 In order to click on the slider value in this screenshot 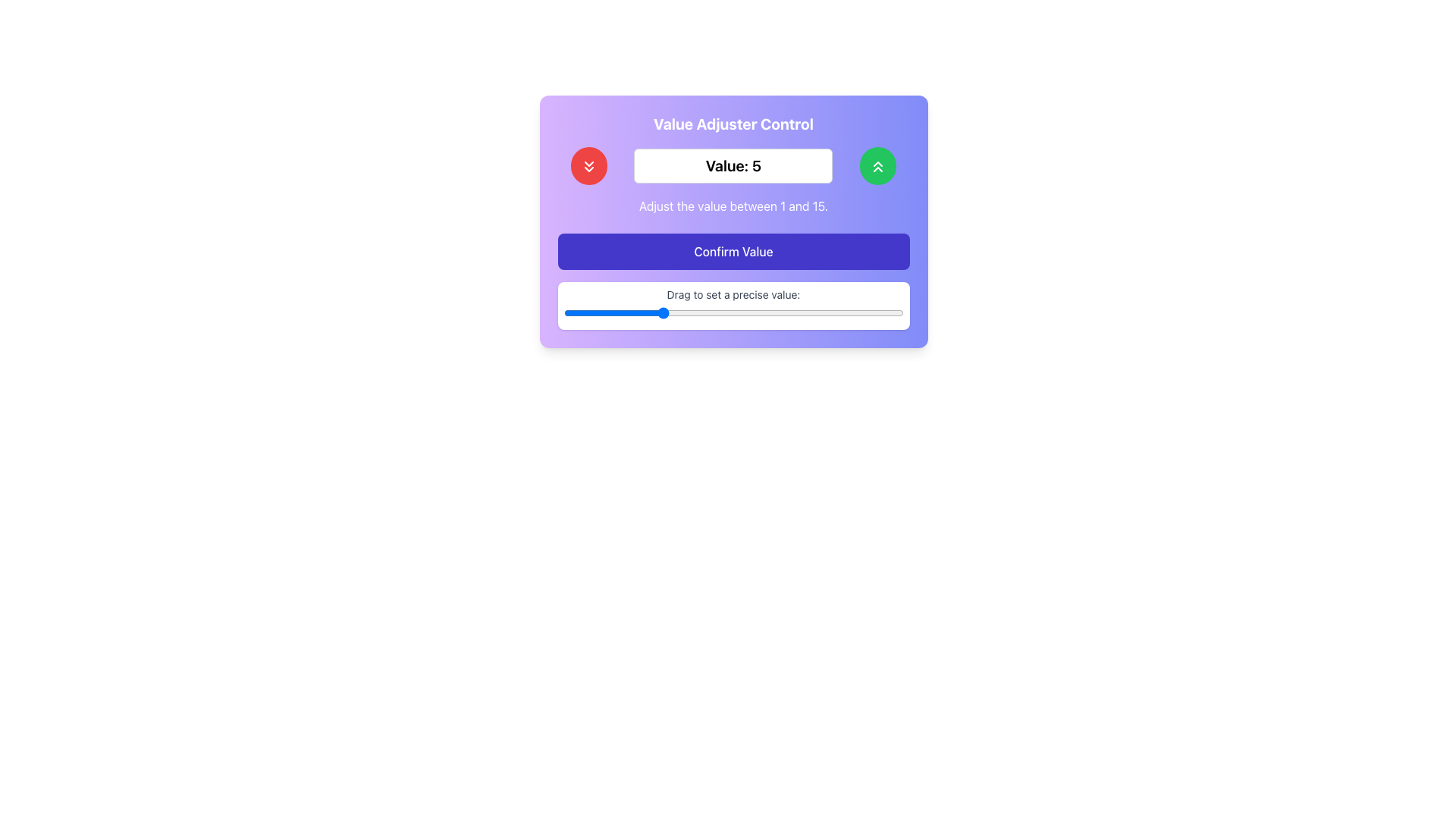, I will do `click(830, 312)`.